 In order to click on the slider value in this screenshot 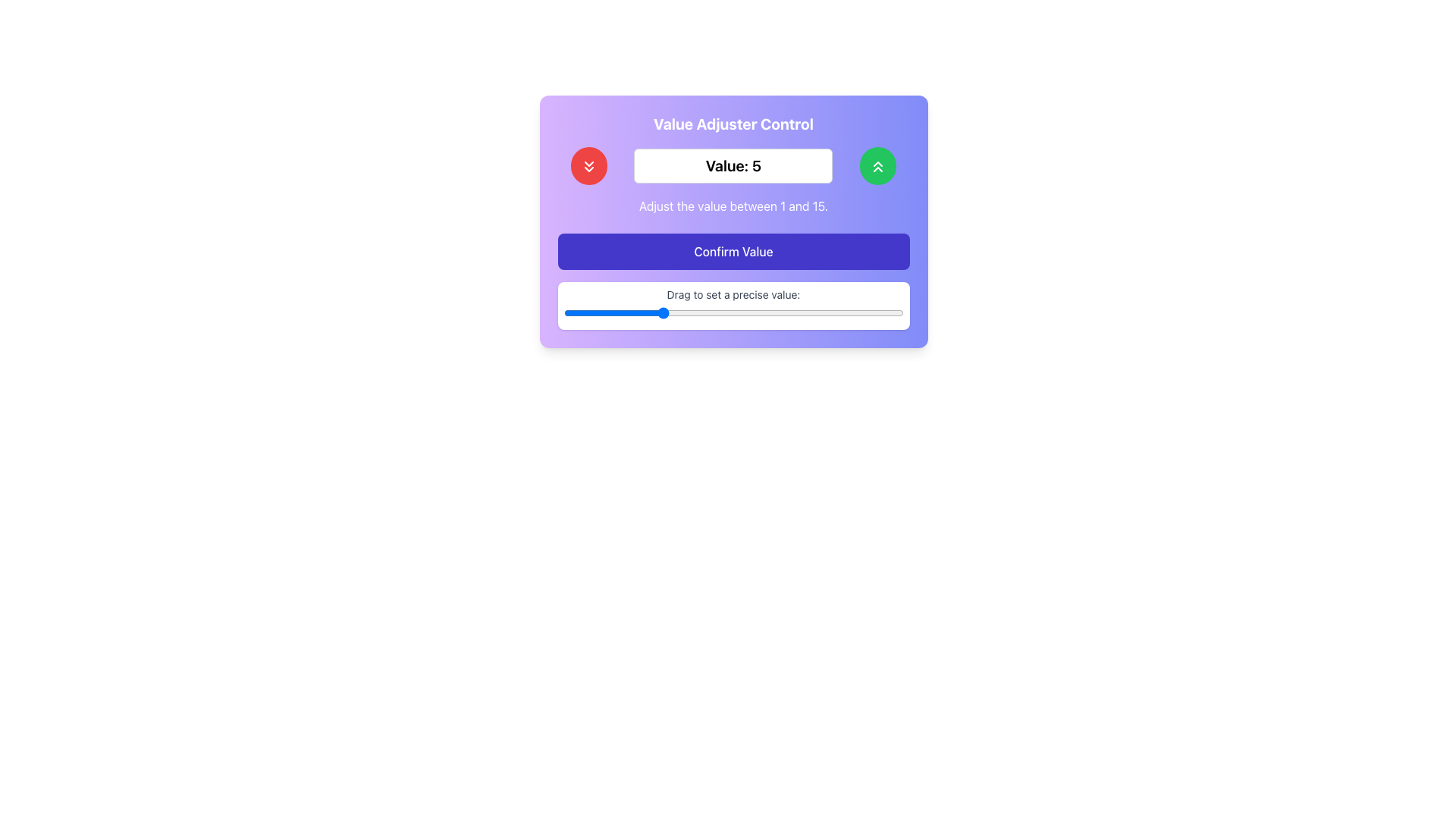, I will do `click(830, 312)`.